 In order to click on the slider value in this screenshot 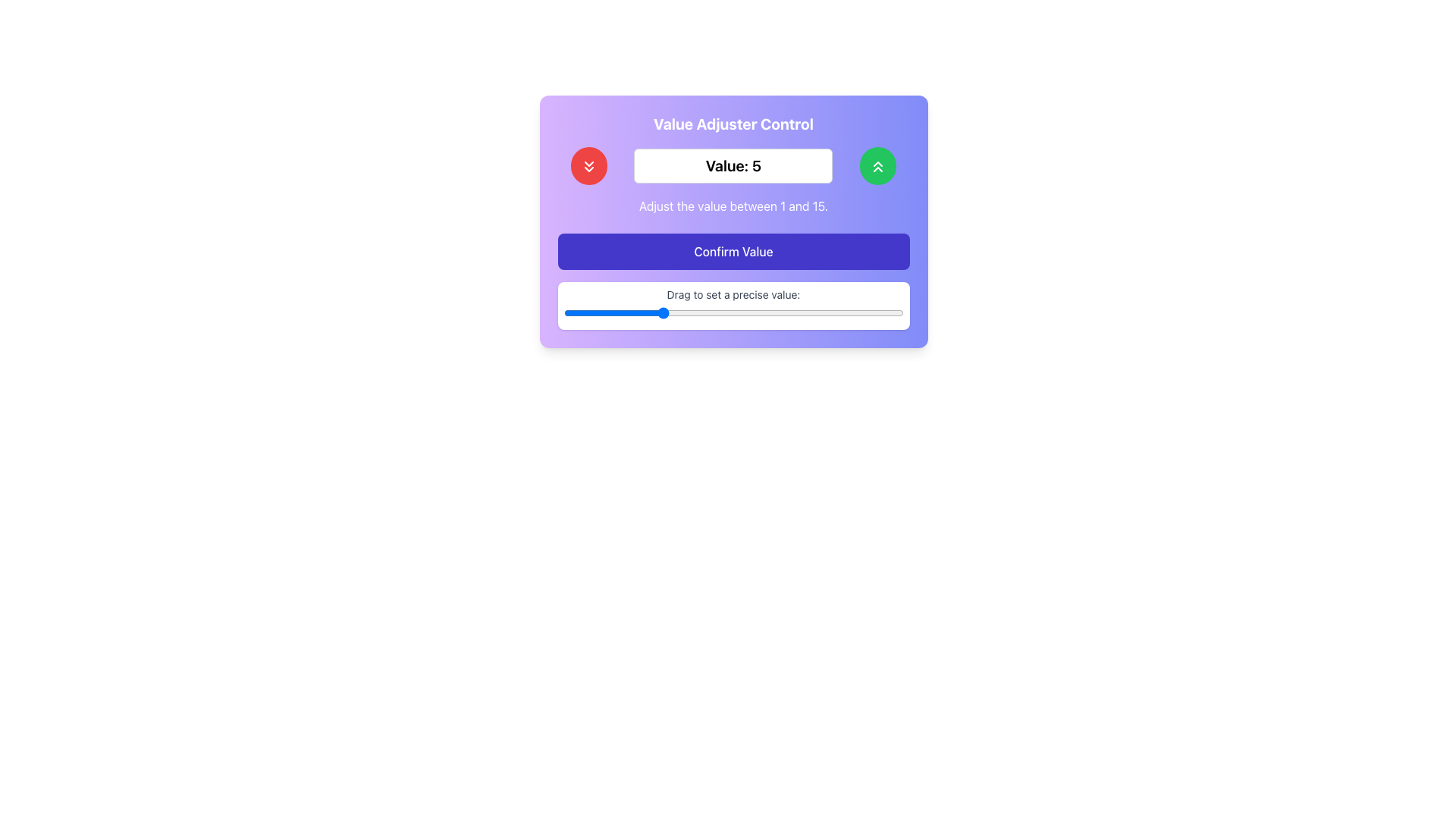, I will do `click(830, 312)`.